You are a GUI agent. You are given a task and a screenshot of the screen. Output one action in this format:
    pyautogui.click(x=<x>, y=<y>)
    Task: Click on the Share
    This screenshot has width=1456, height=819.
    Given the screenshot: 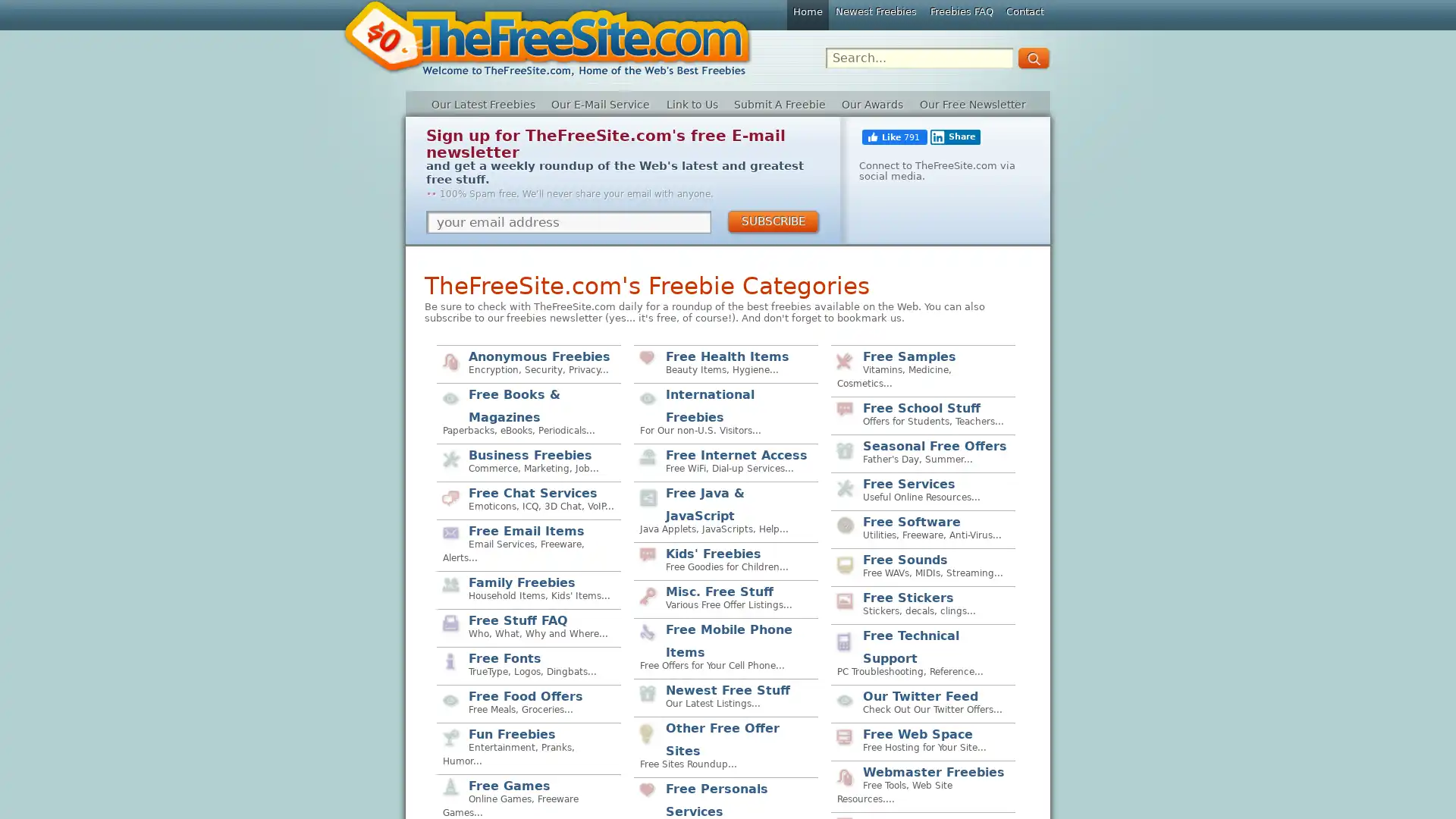 What is the action you would take?
    pyautogui.click(x=1012, y=137)
    